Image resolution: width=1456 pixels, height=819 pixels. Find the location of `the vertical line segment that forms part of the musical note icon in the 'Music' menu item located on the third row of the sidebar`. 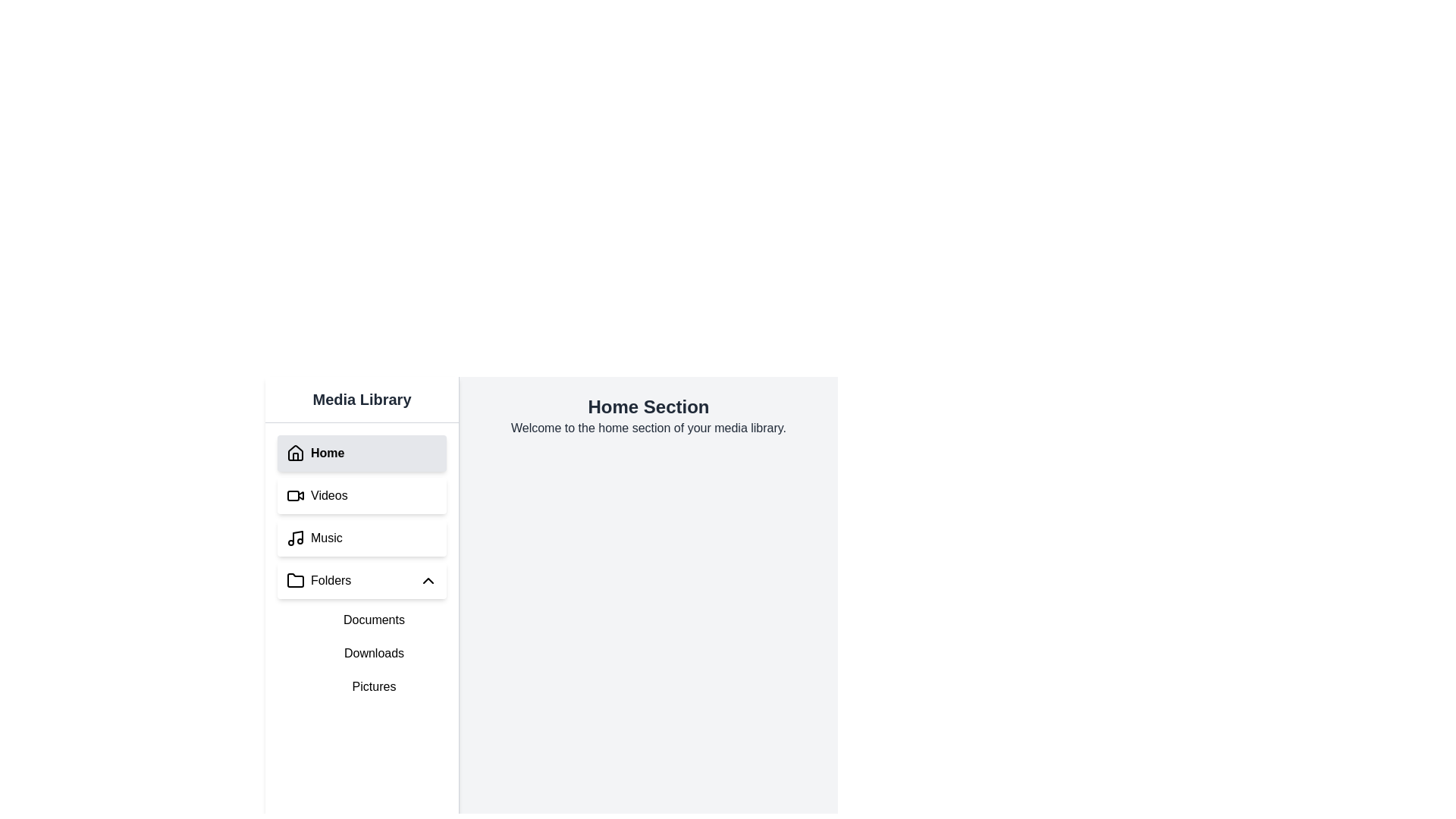

the vertical line segment that forms part of the musical note icon in the 'Music' menu item located on the third row of the sidebar is located at coordinates (298, 536).